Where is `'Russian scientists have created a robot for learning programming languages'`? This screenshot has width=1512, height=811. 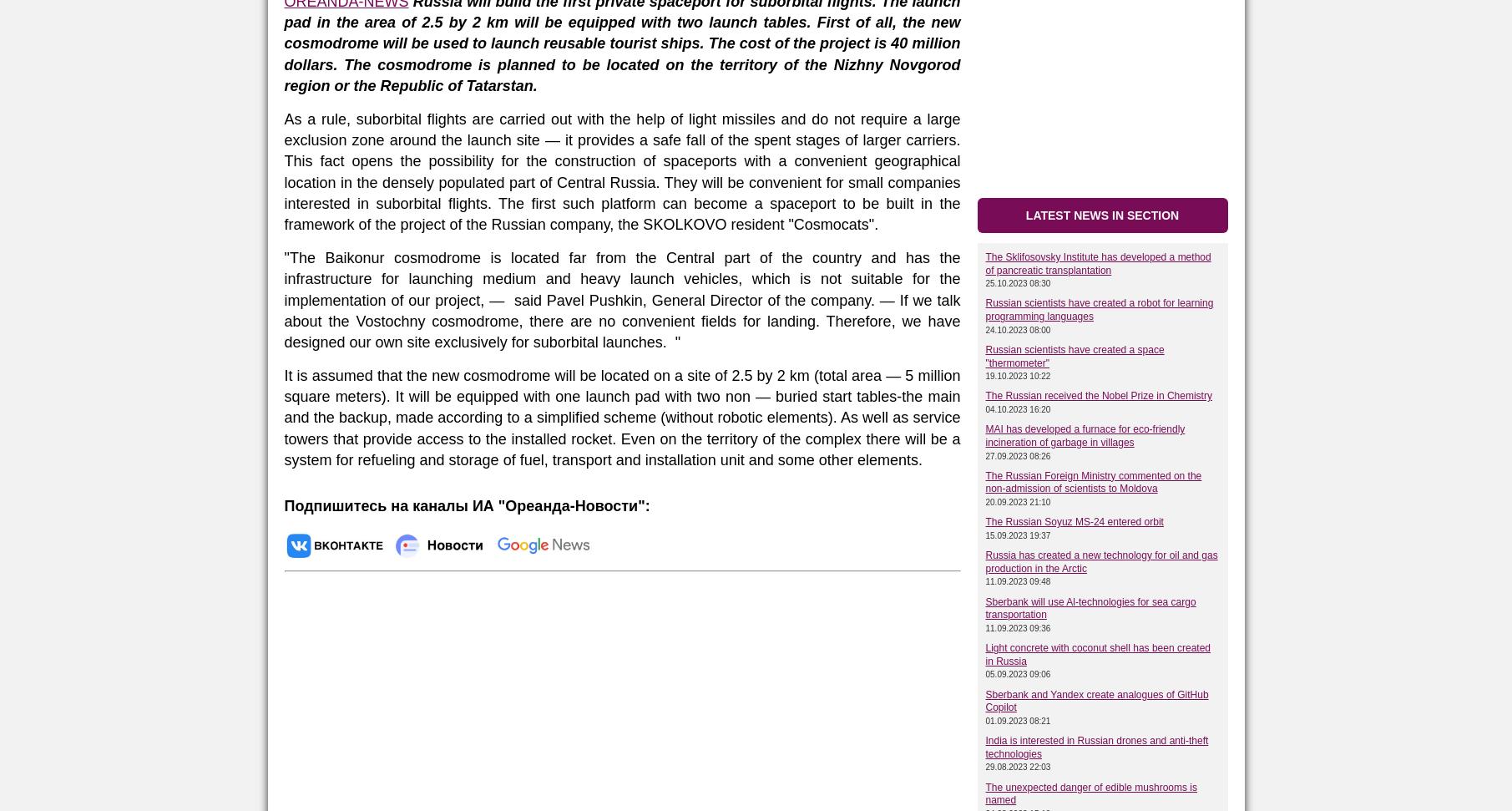 'Russian scientists have created a robot for learning programming languages' is located at coordinates (1098, 310).